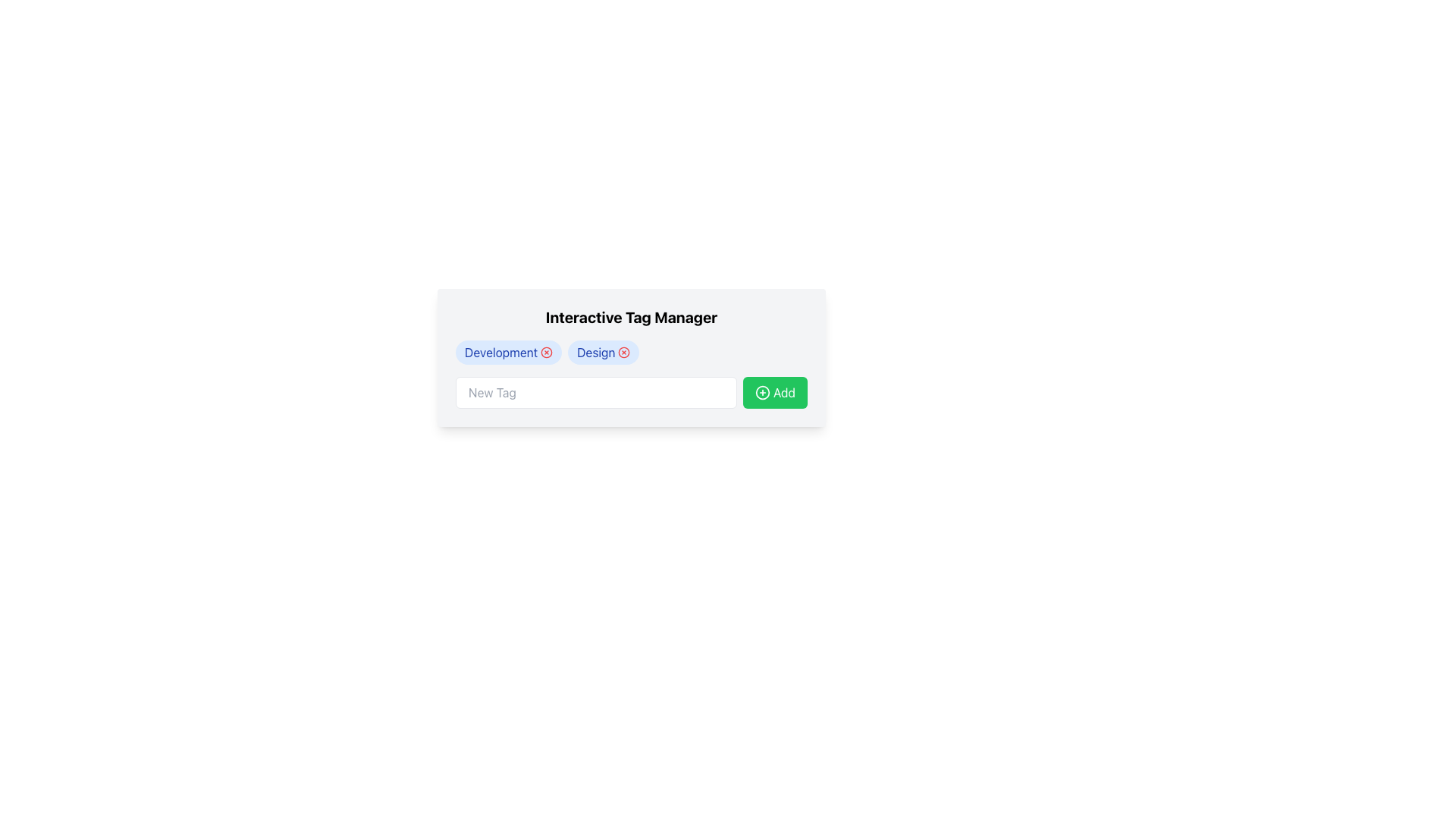 This screenshot has width=1456, height=819. What do you see at coordinates (509, 353) in the screenshot?
I see `the 'Development' tag, which is a pill-shaped component with a light blue background and a red 'x' remove button` at bounding box center [509, 353].